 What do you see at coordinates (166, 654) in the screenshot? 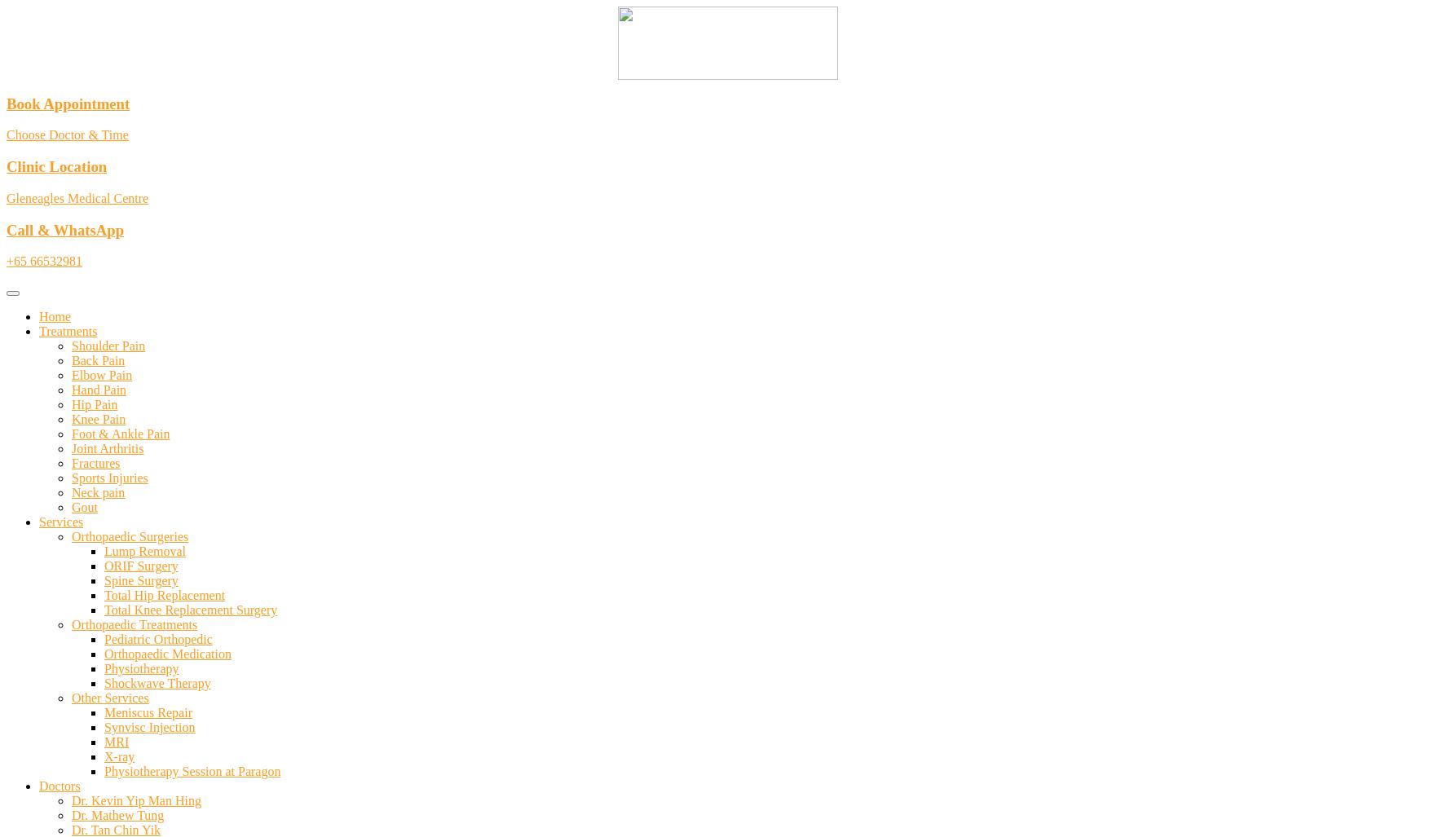
I see `'Orthopaedic Medication'` at bounding box center [166, 654].